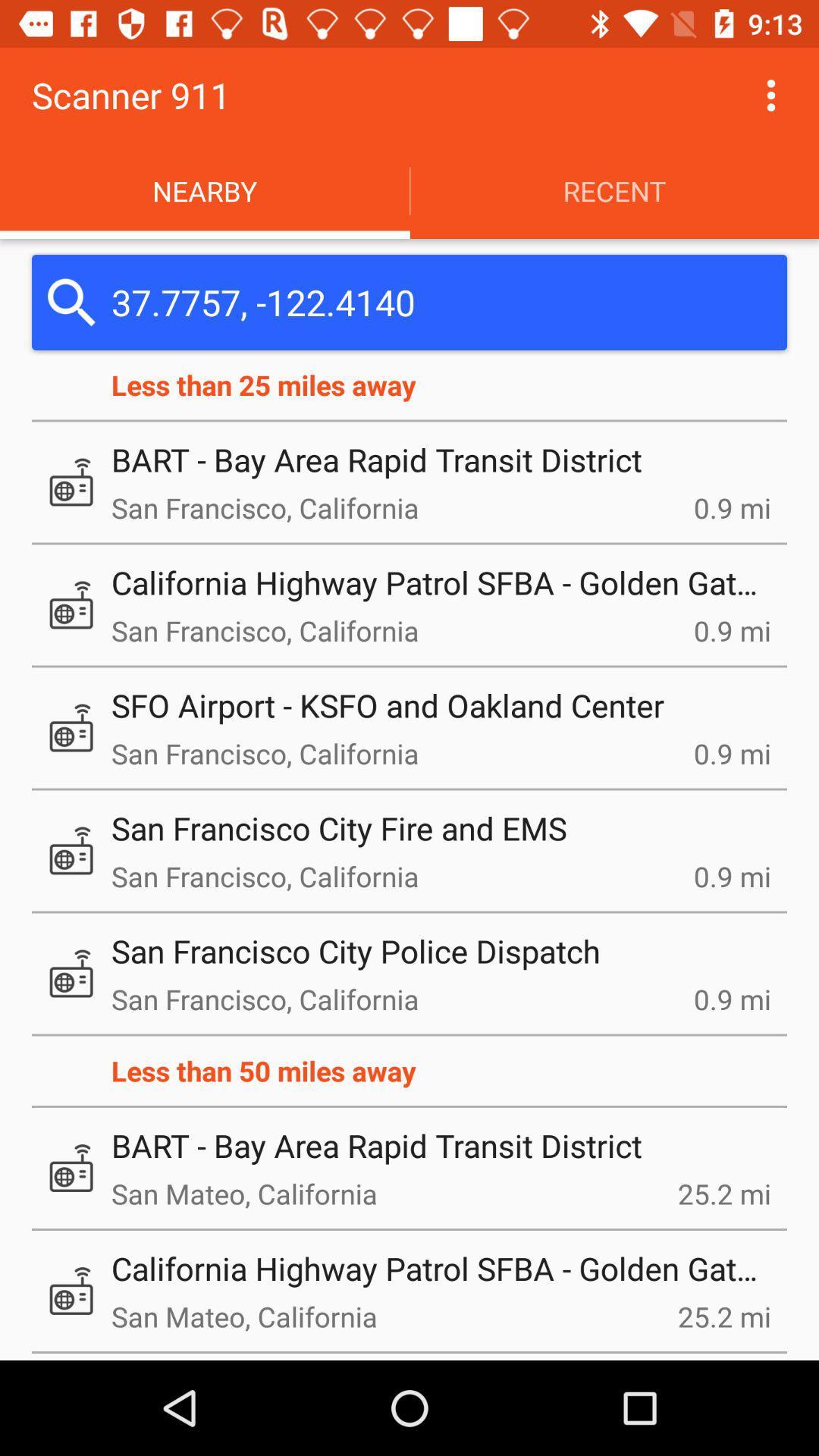 The height and width of the screenshot is (1456, 819). What do you see at coordinates (771, 94) in the screenshot?
I see `open menu options` at bounding box center [771, 94].